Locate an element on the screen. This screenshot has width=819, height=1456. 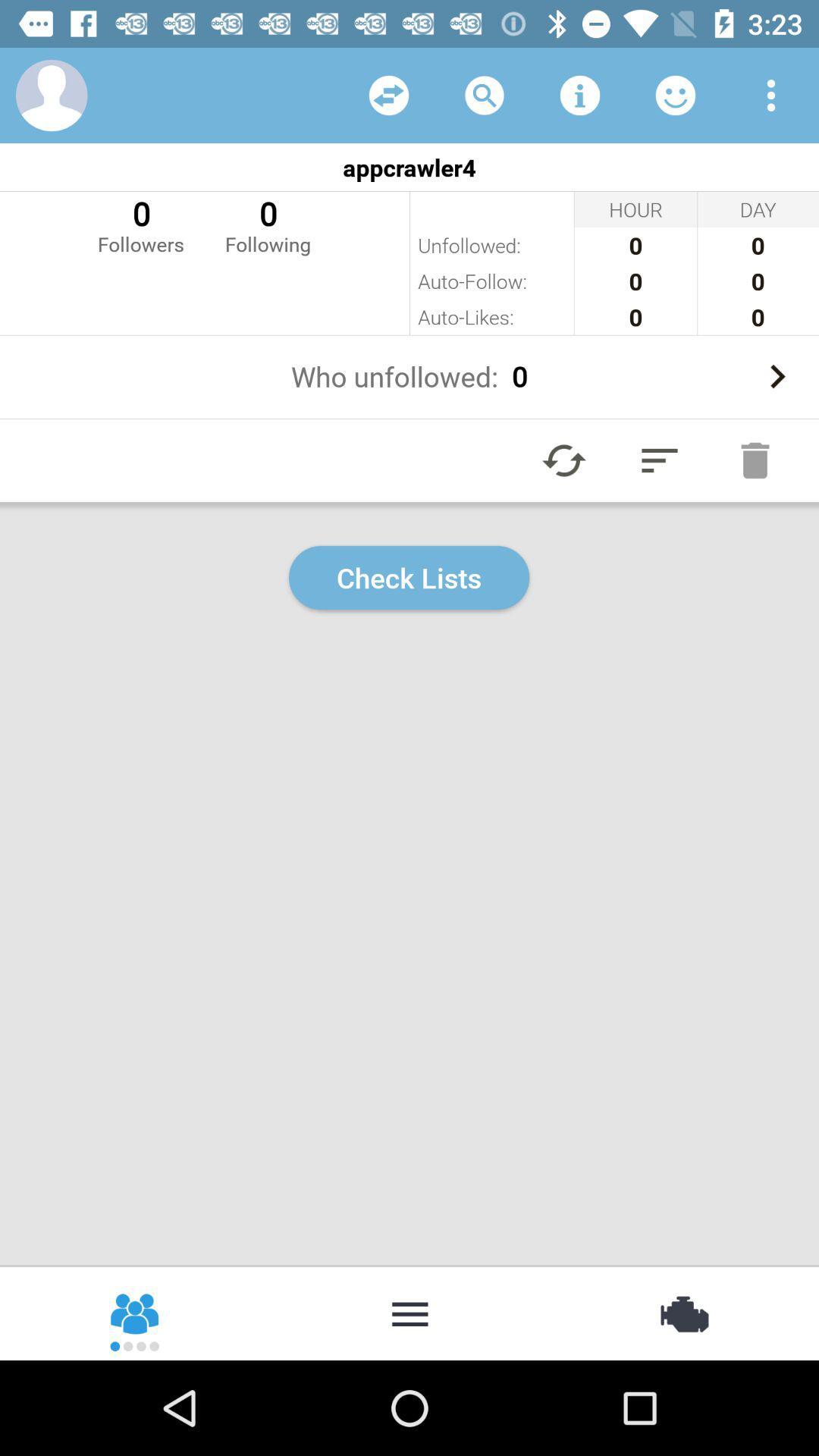
the arrow_forward icon is located at coordinates (777, 376).